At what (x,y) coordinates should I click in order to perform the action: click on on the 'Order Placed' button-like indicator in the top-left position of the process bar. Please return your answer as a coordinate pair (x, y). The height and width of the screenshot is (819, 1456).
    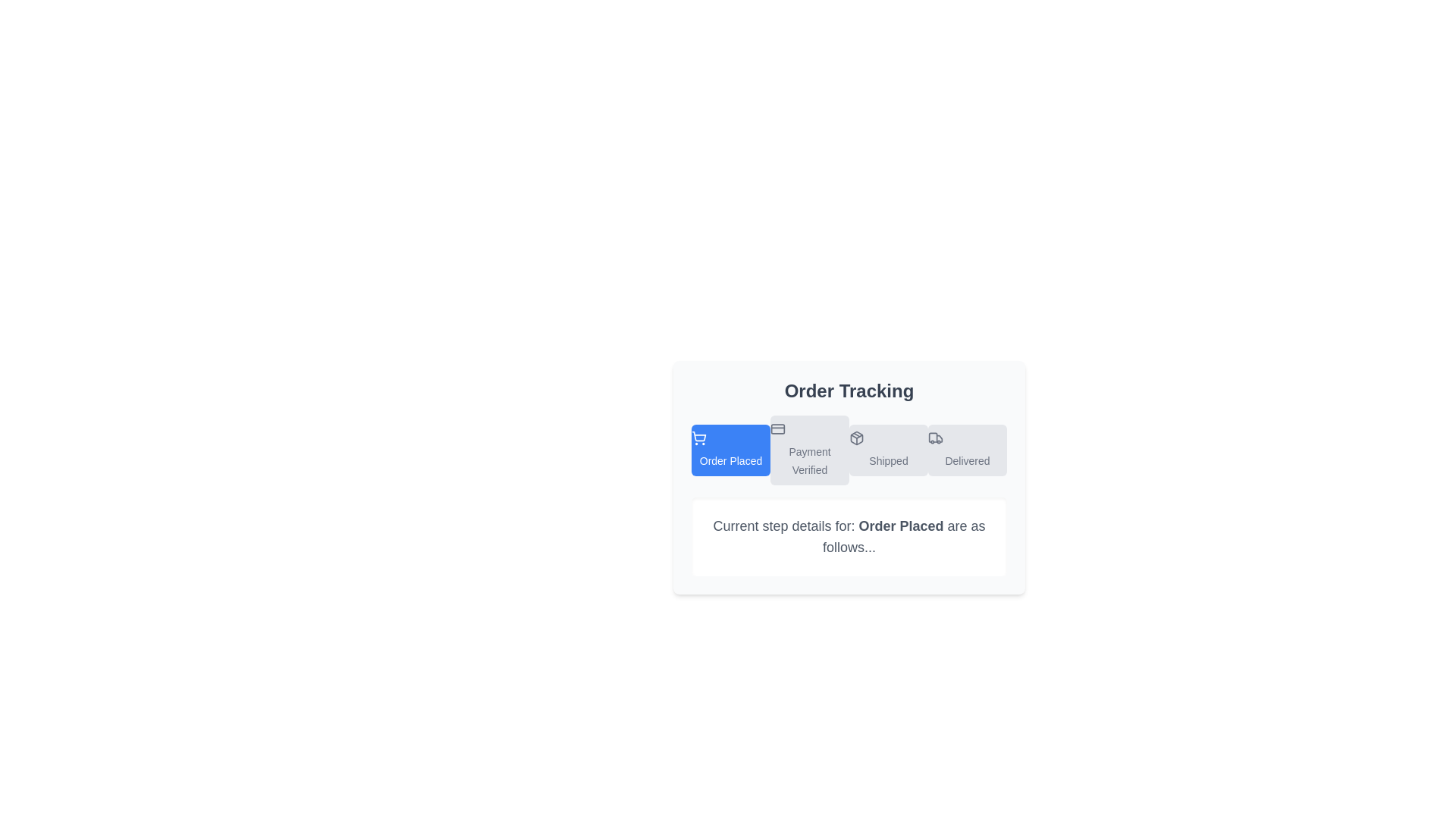
    Looking at the image, I should click on (731, 450).